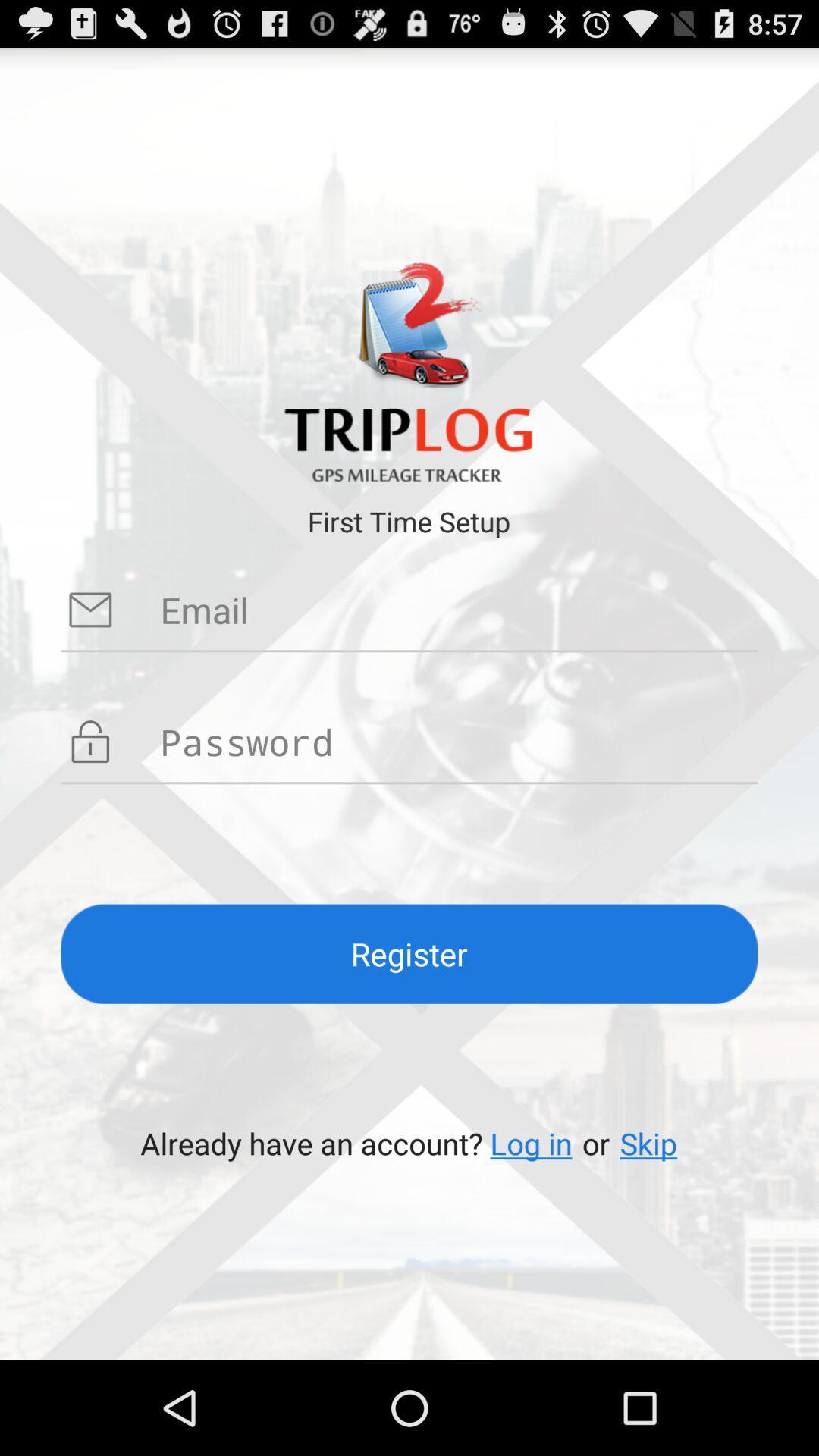 The height and width of the screenshot is (1456, 819). Describe the element at coordinates (648, 1143) in the screenshot. I see `skip app` at that location.